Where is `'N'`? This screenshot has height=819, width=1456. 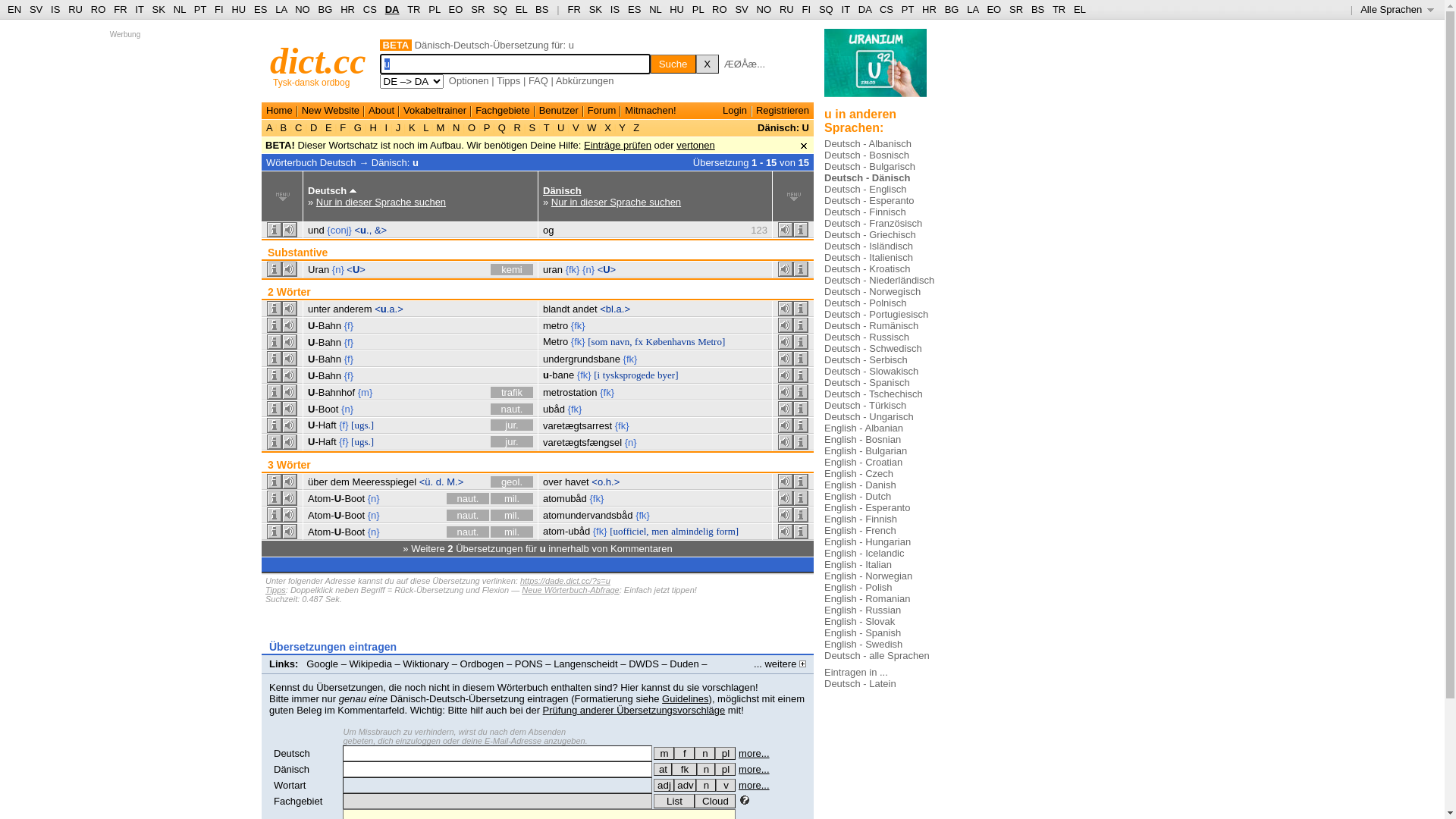 'N' is located at coordinates (455, 127).